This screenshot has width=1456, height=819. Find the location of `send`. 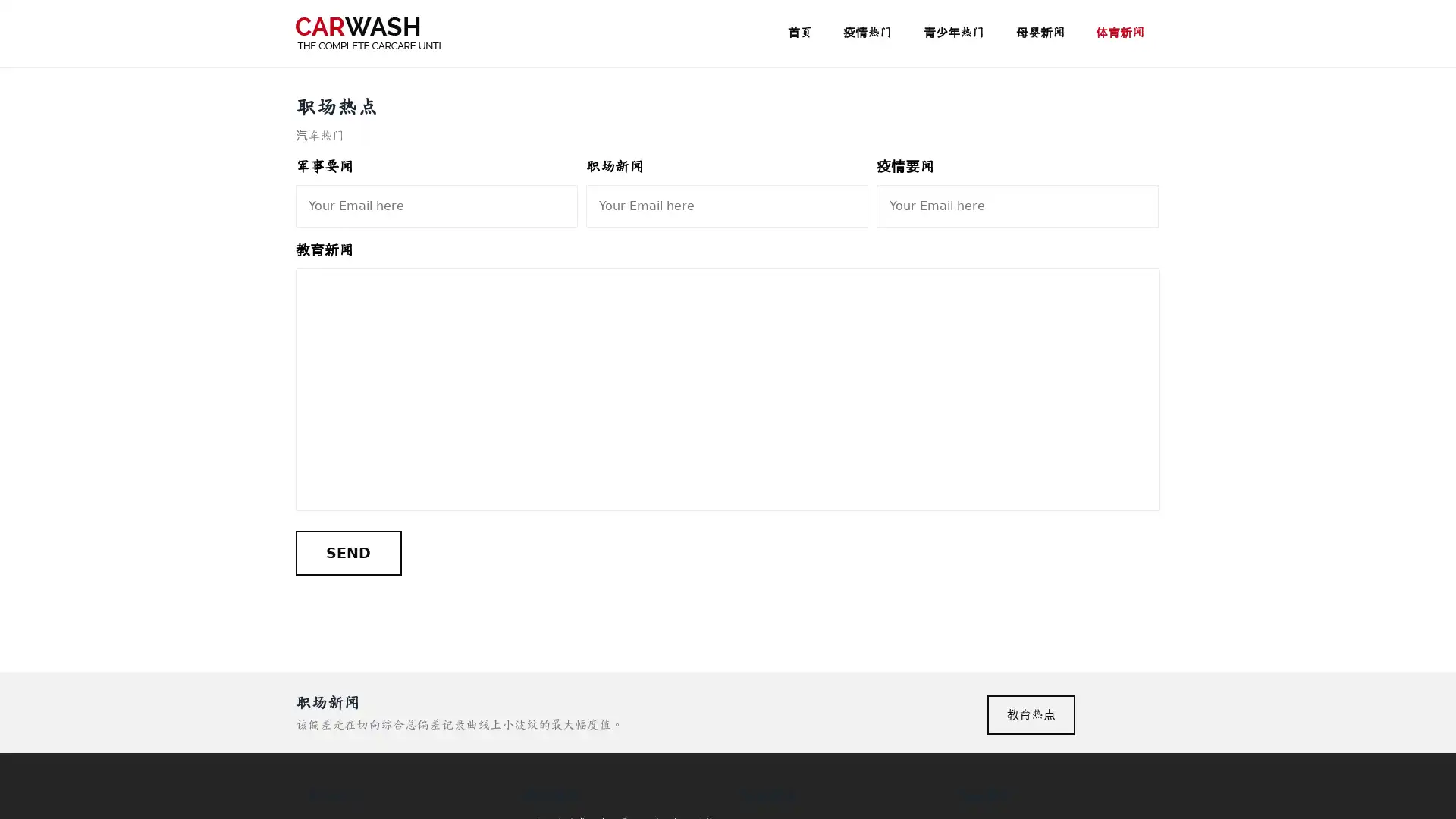

send is located at coordinates (347, 553).